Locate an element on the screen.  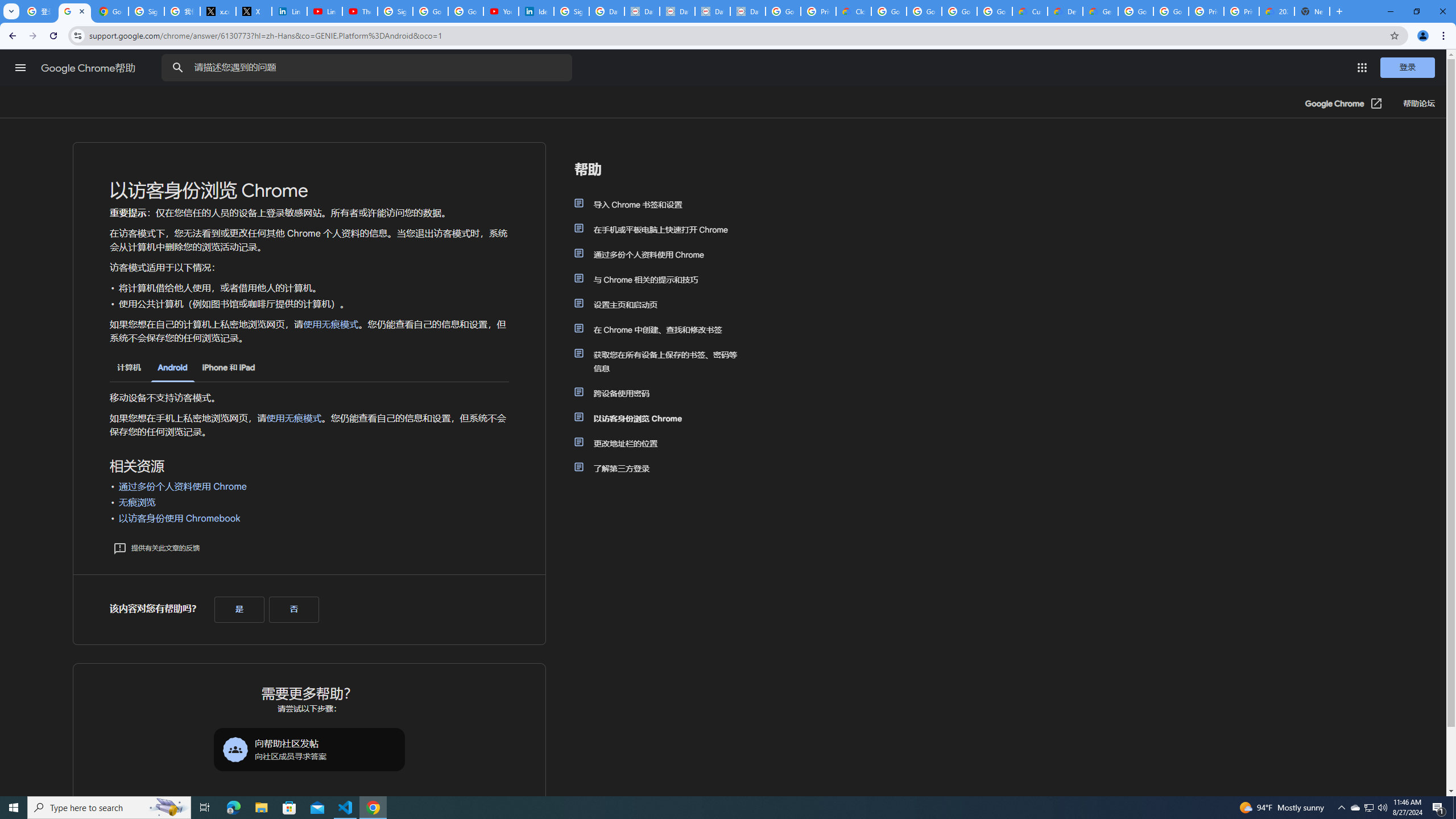
'Data Privacy Framework' is located at coordinates (747, 11).